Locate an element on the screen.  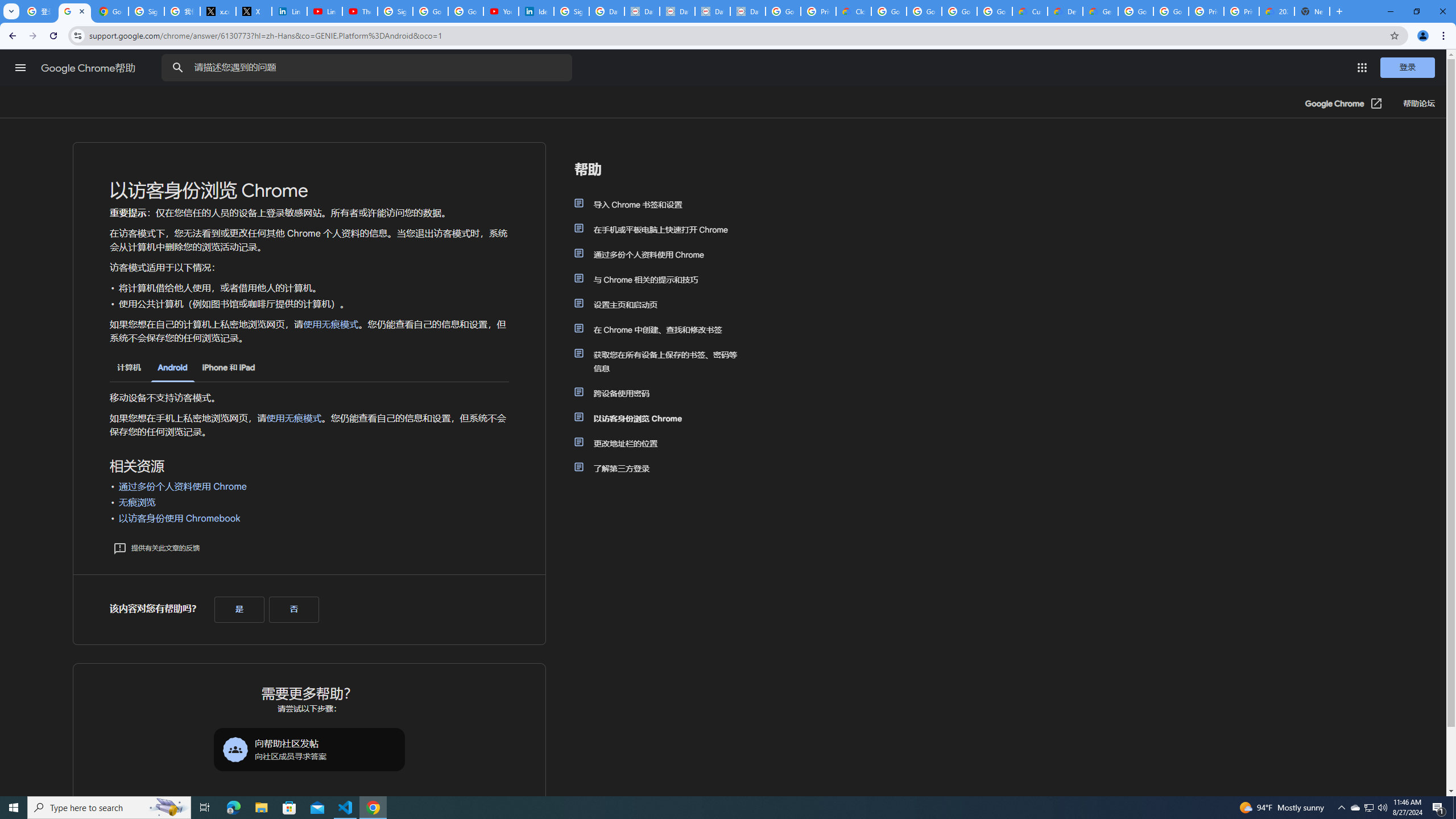
'Data Privacy Framework' is located at coordinates (747, 11).